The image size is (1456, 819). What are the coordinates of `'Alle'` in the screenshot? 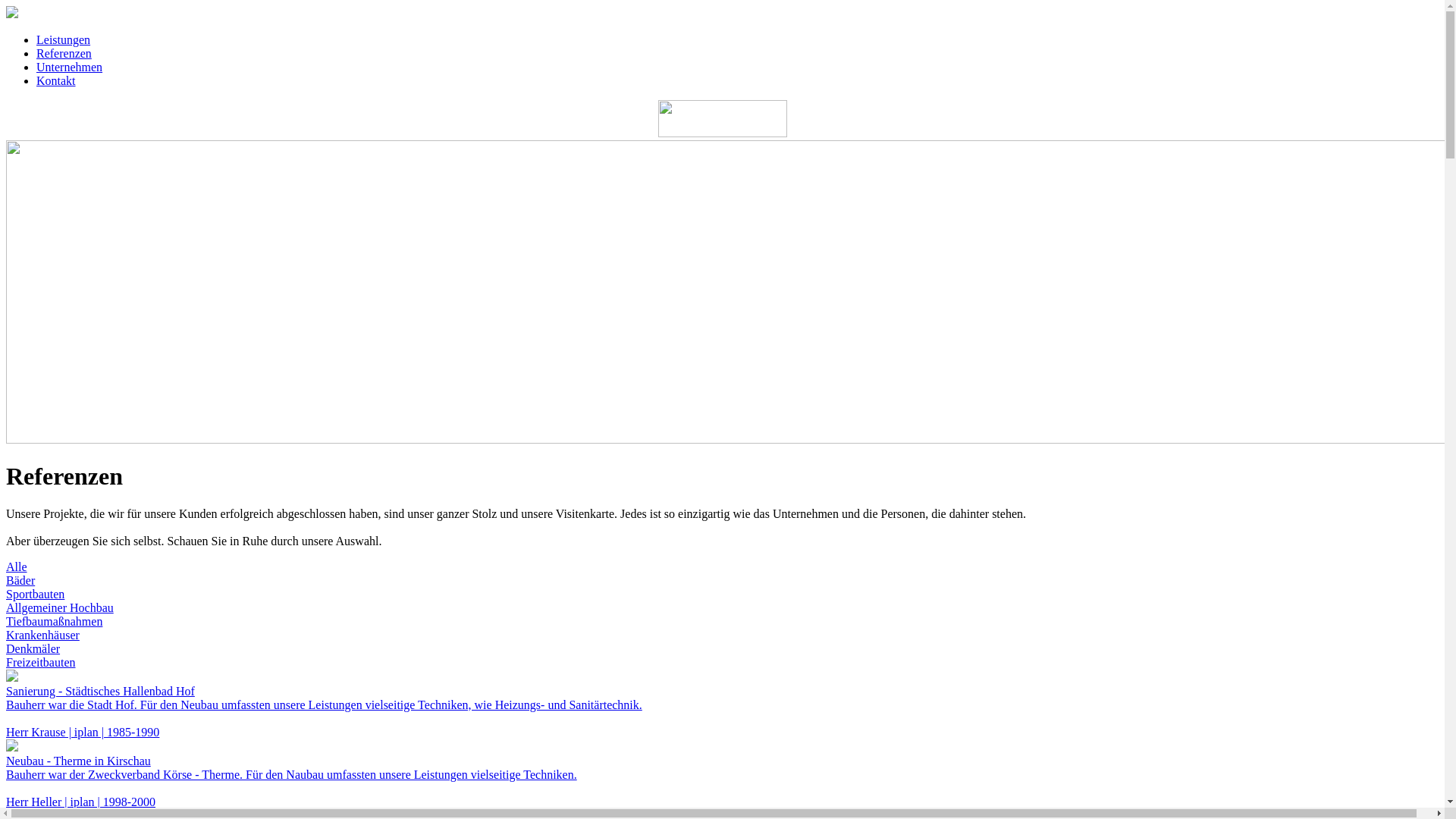 It's located at (6, 566).